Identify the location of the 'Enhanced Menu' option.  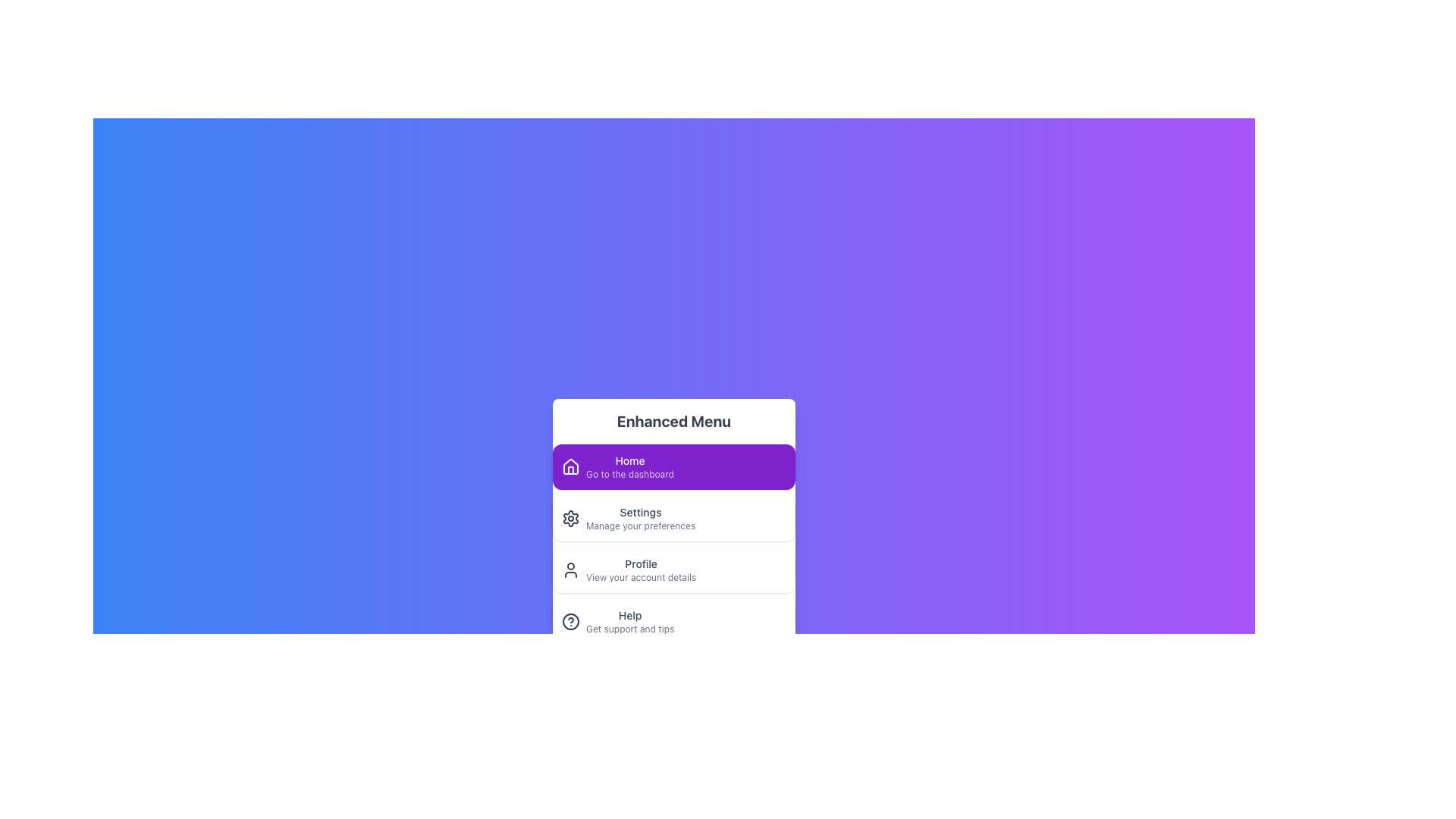
(673, 526).